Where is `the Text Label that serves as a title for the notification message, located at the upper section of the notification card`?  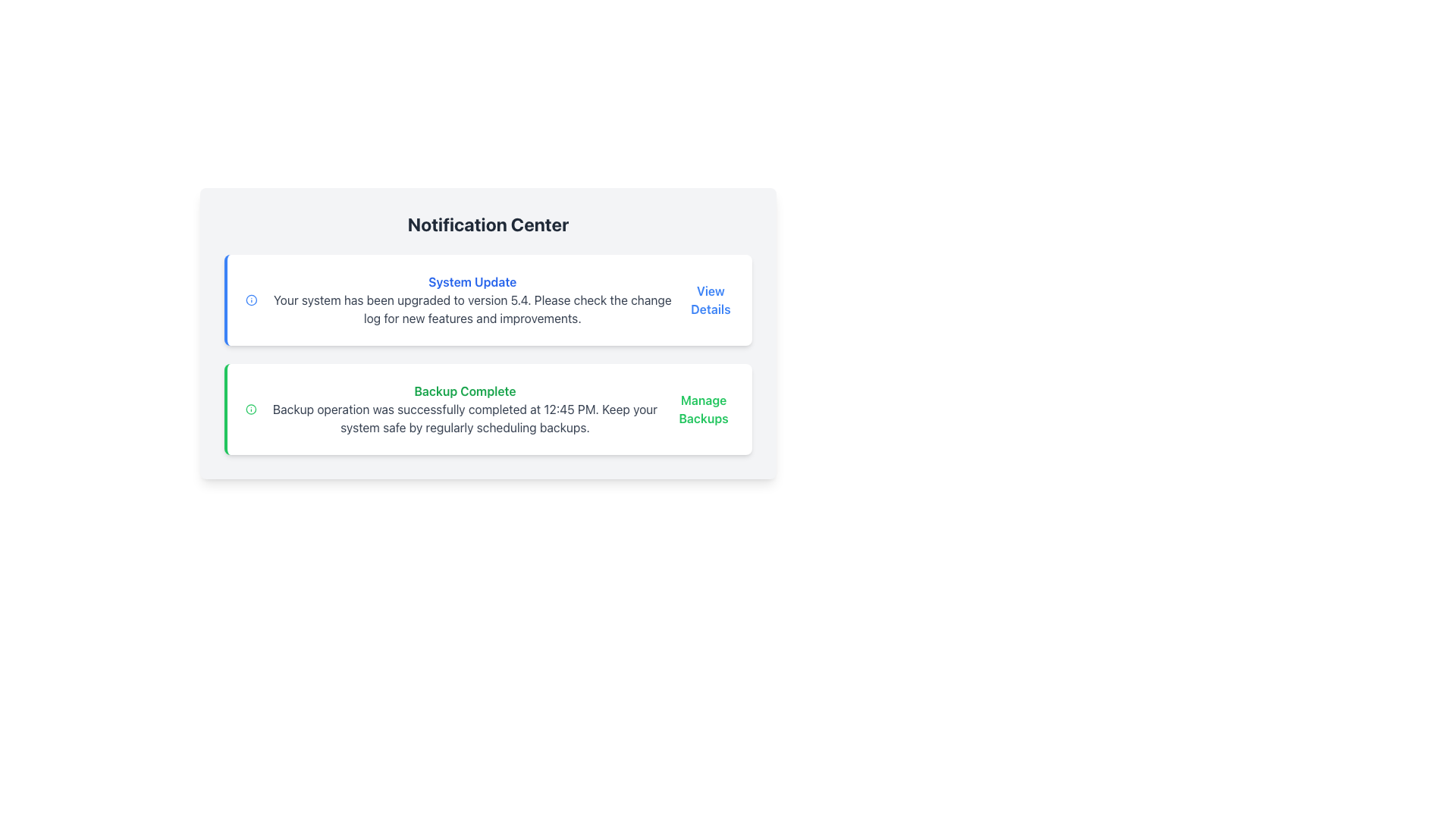
the Text Label that serves as a title for the notification message, located at the upper section of the notification card is located at coordinates (472, 281).